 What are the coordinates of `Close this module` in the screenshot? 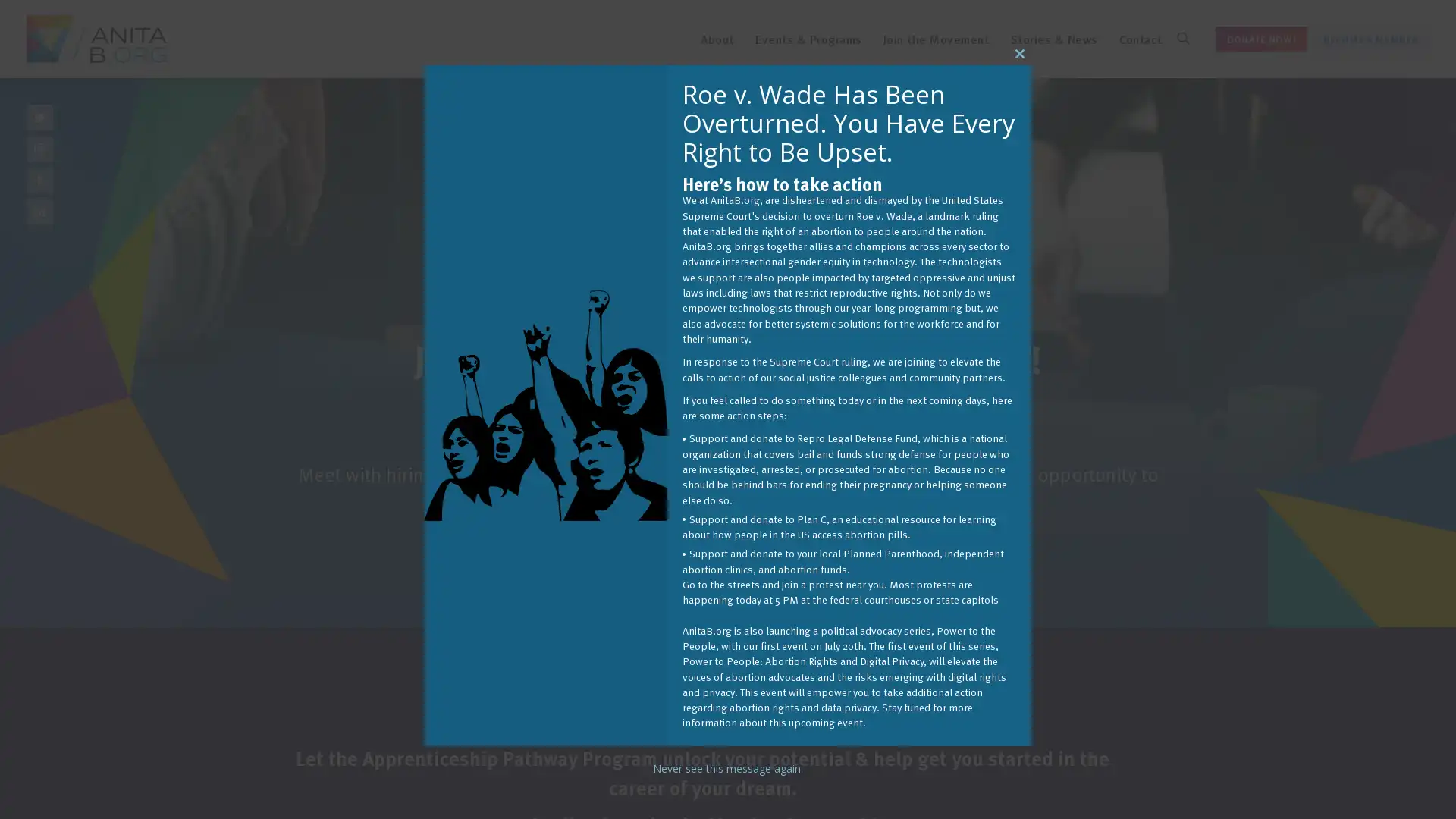 It's located at (1019, 52).